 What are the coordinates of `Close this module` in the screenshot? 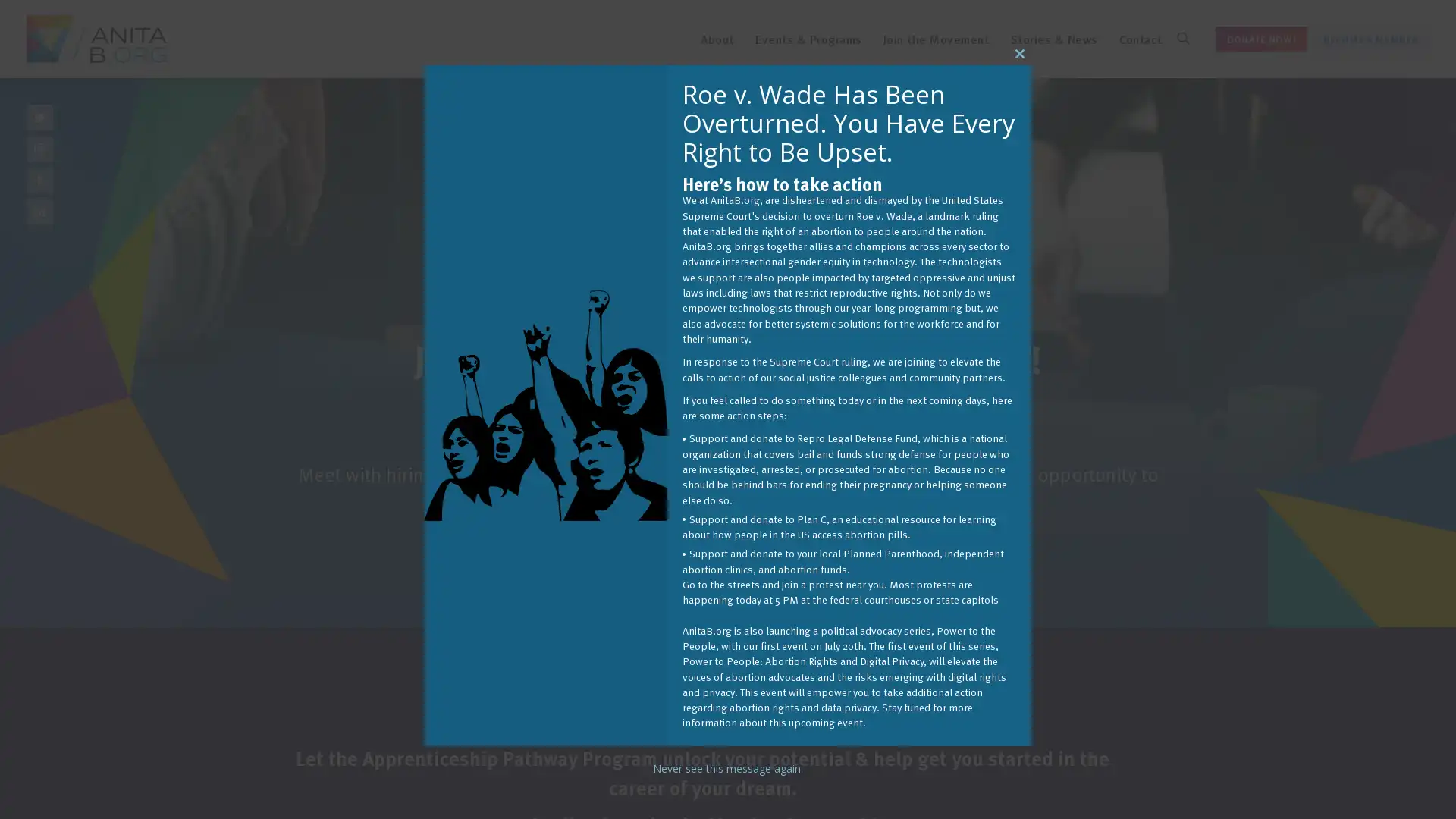 It's located at (1019, 52).